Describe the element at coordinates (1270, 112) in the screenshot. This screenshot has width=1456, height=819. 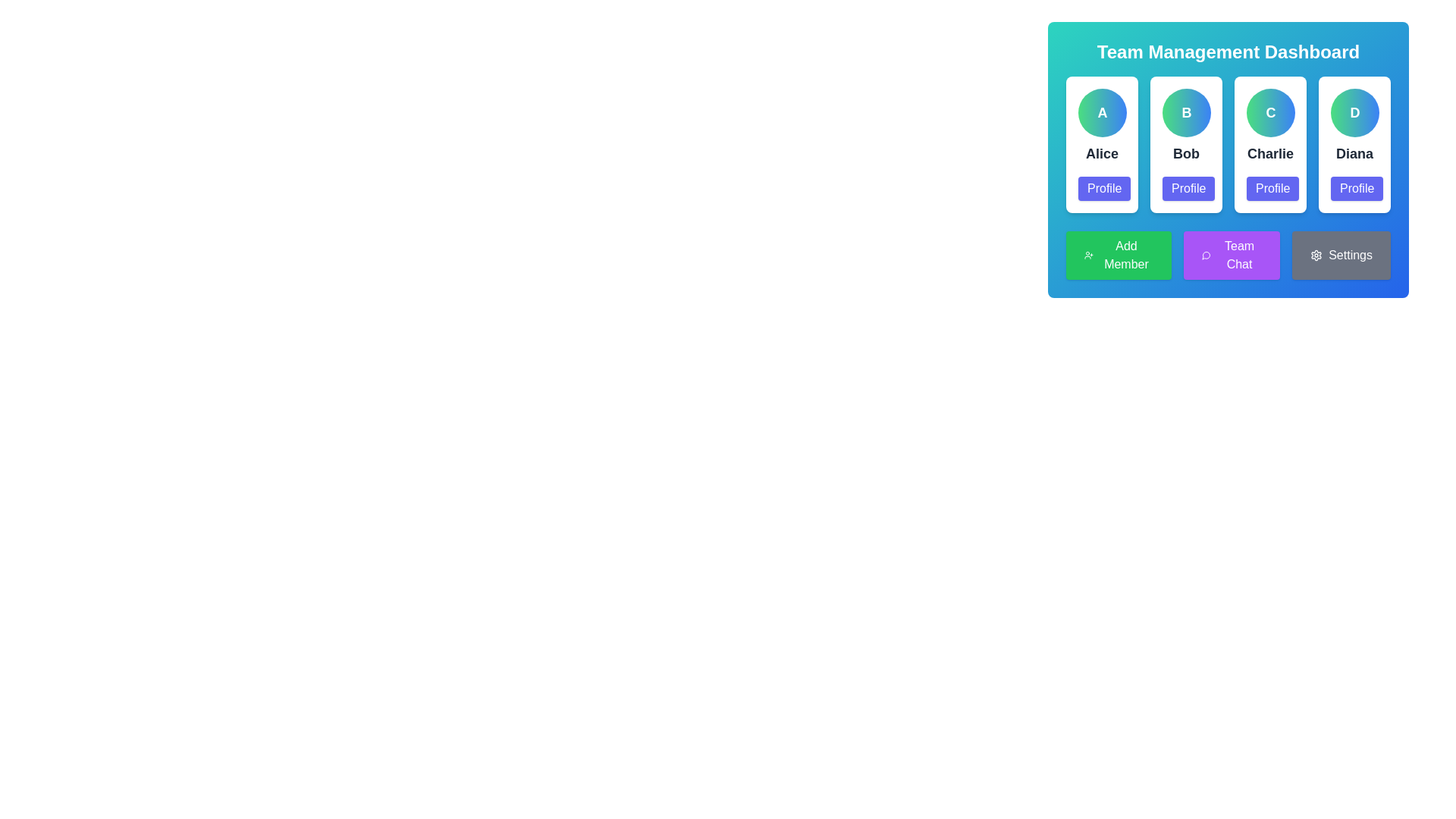
I see `the circular badge with a gradient background featuring a white letter 'C', located above the 'Charlie' label` at that location.